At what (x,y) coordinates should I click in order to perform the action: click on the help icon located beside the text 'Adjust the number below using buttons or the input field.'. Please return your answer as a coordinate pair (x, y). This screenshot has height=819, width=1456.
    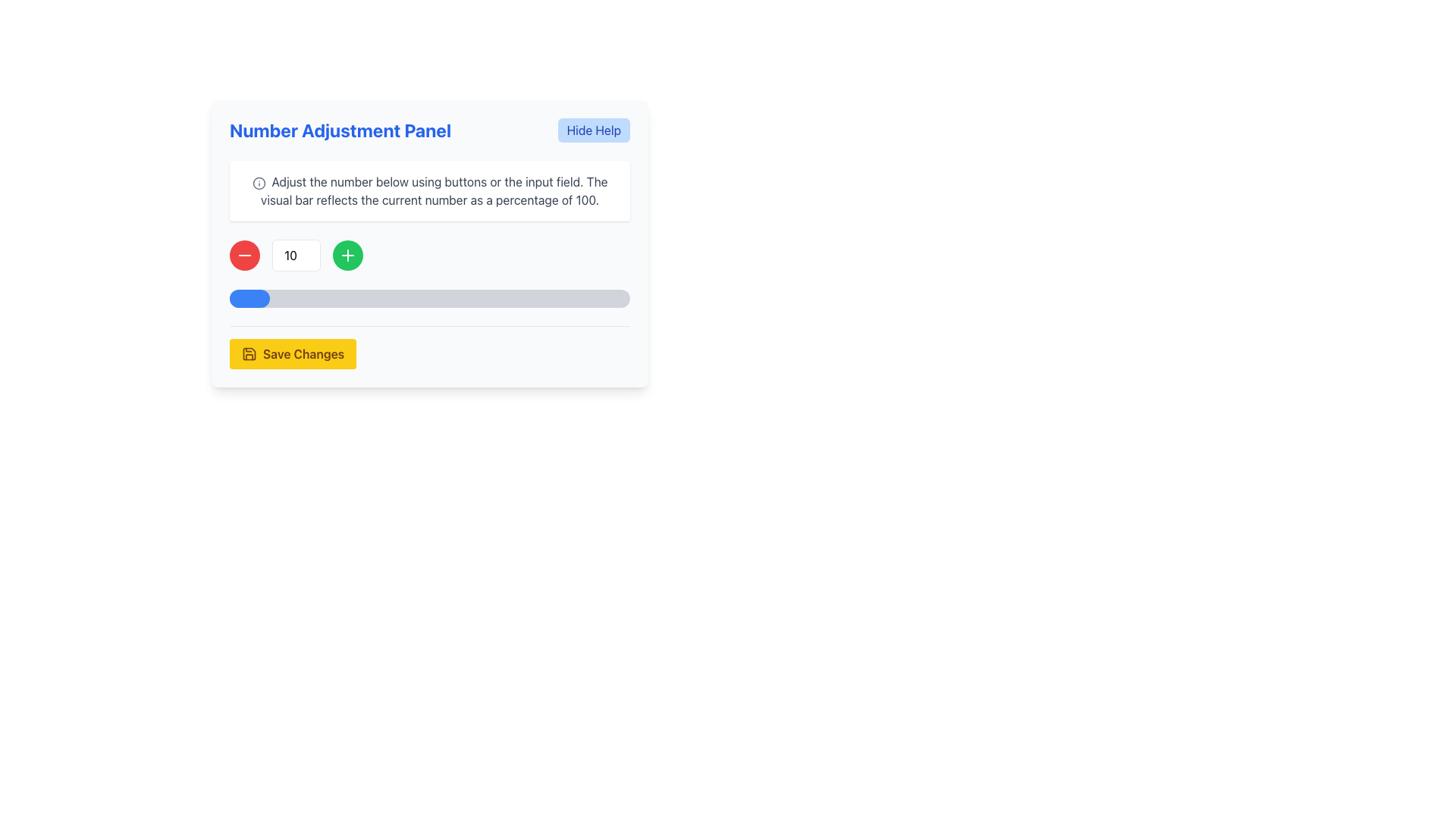
    Looking at the image, I should click on (259, 182).